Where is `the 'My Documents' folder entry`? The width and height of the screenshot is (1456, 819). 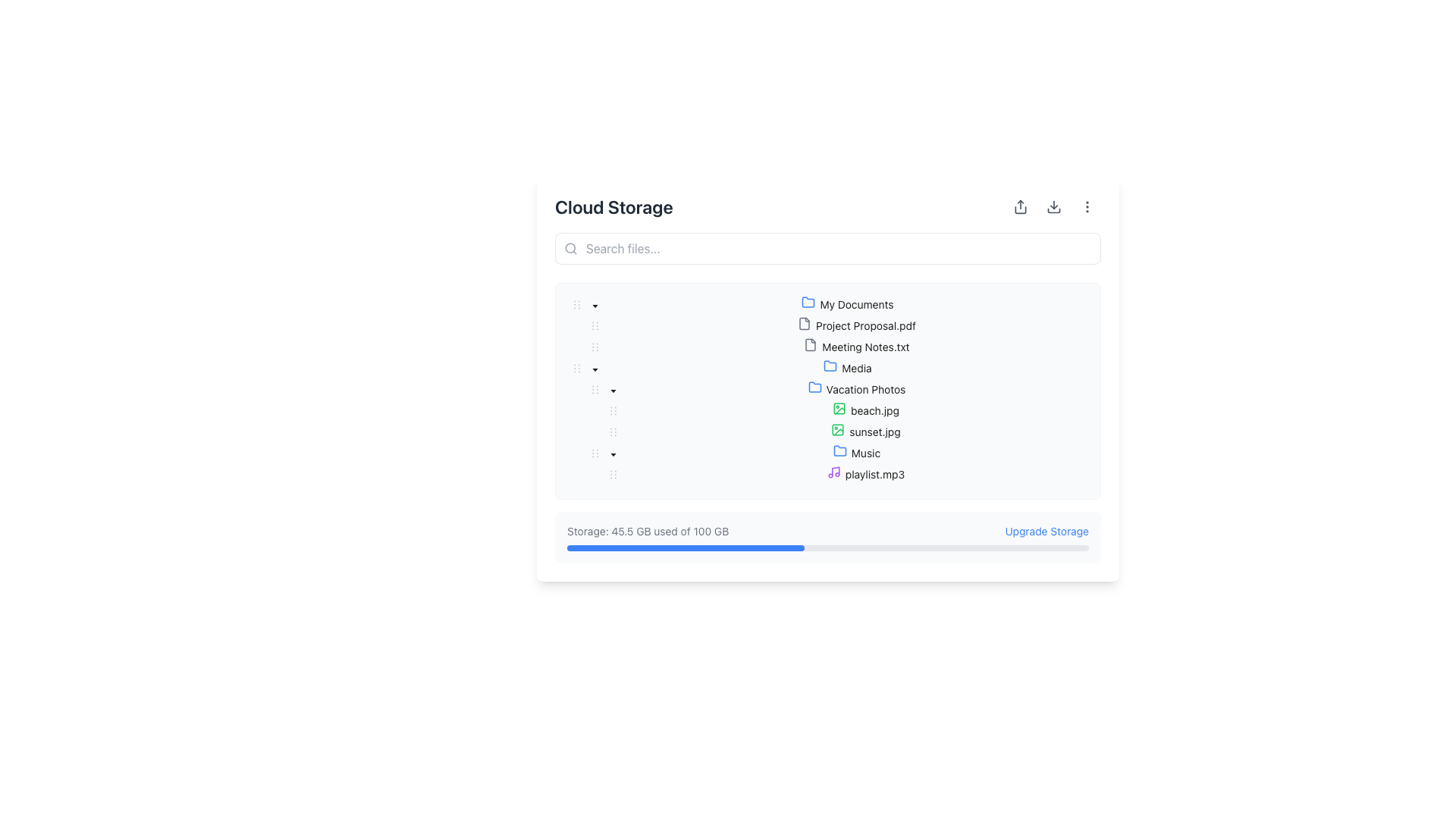 the 'My Documents' folder entry is located at coordinates (847, 304).